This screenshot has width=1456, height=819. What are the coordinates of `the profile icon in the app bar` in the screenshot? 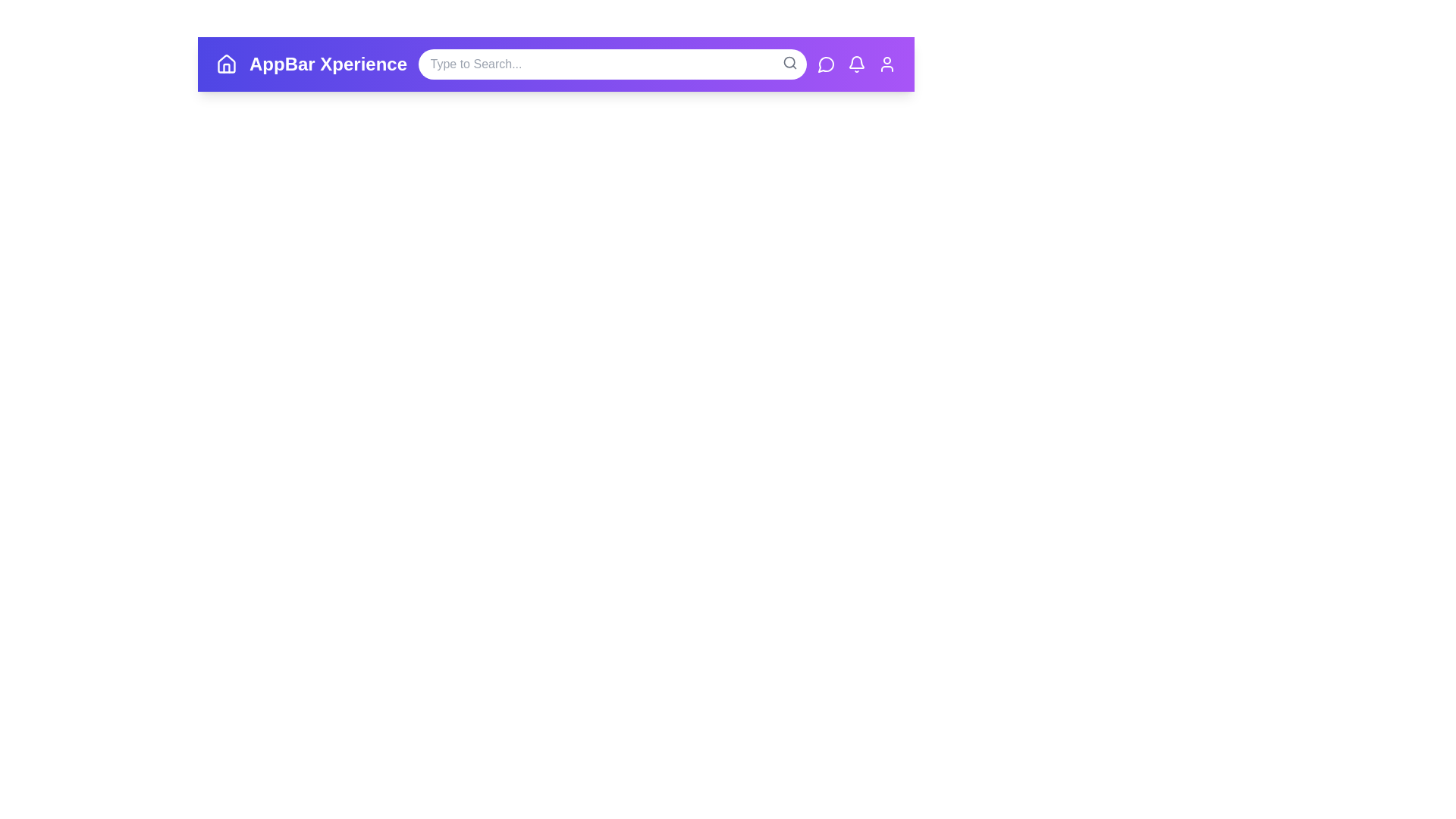 It's located at (887, 63).